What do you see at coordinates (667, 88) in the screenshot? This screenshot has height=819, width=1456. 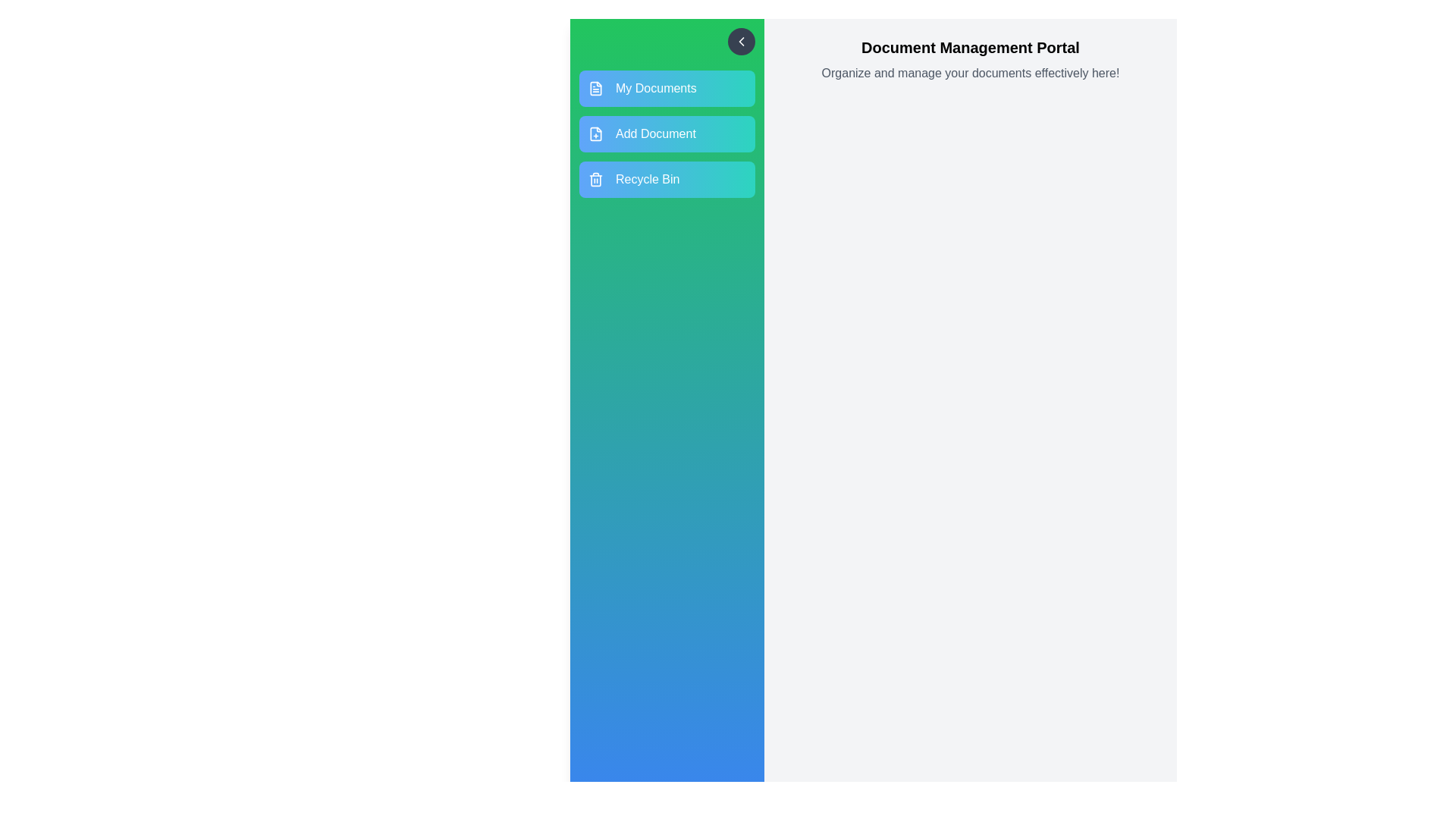 I see `the menu option My Documents to view its hover effect` at bounding box center [667, 88].